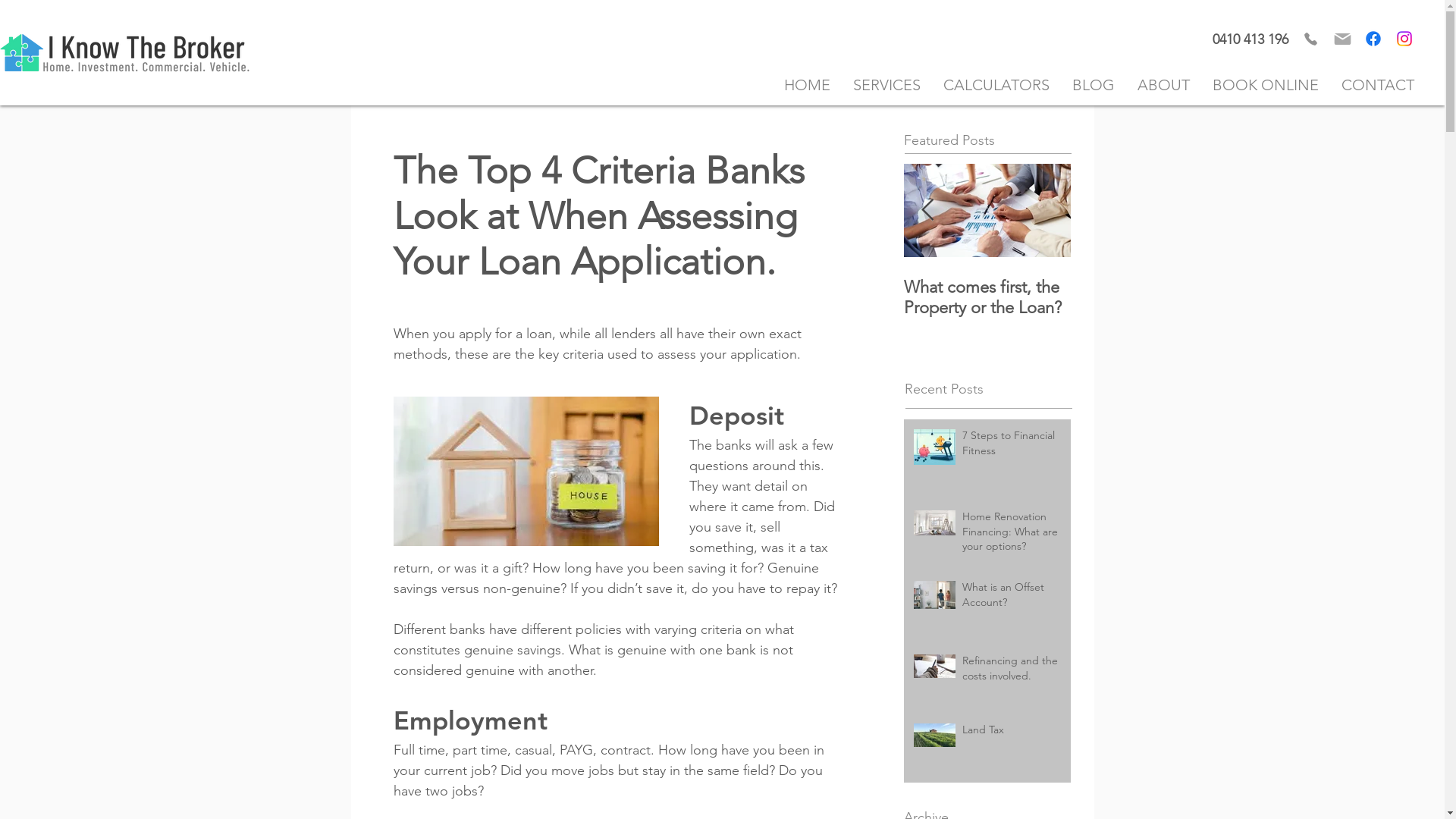  Describe the element at coordinates (1093, 84) in the screenshot. I see `'BLOG'` at that location.